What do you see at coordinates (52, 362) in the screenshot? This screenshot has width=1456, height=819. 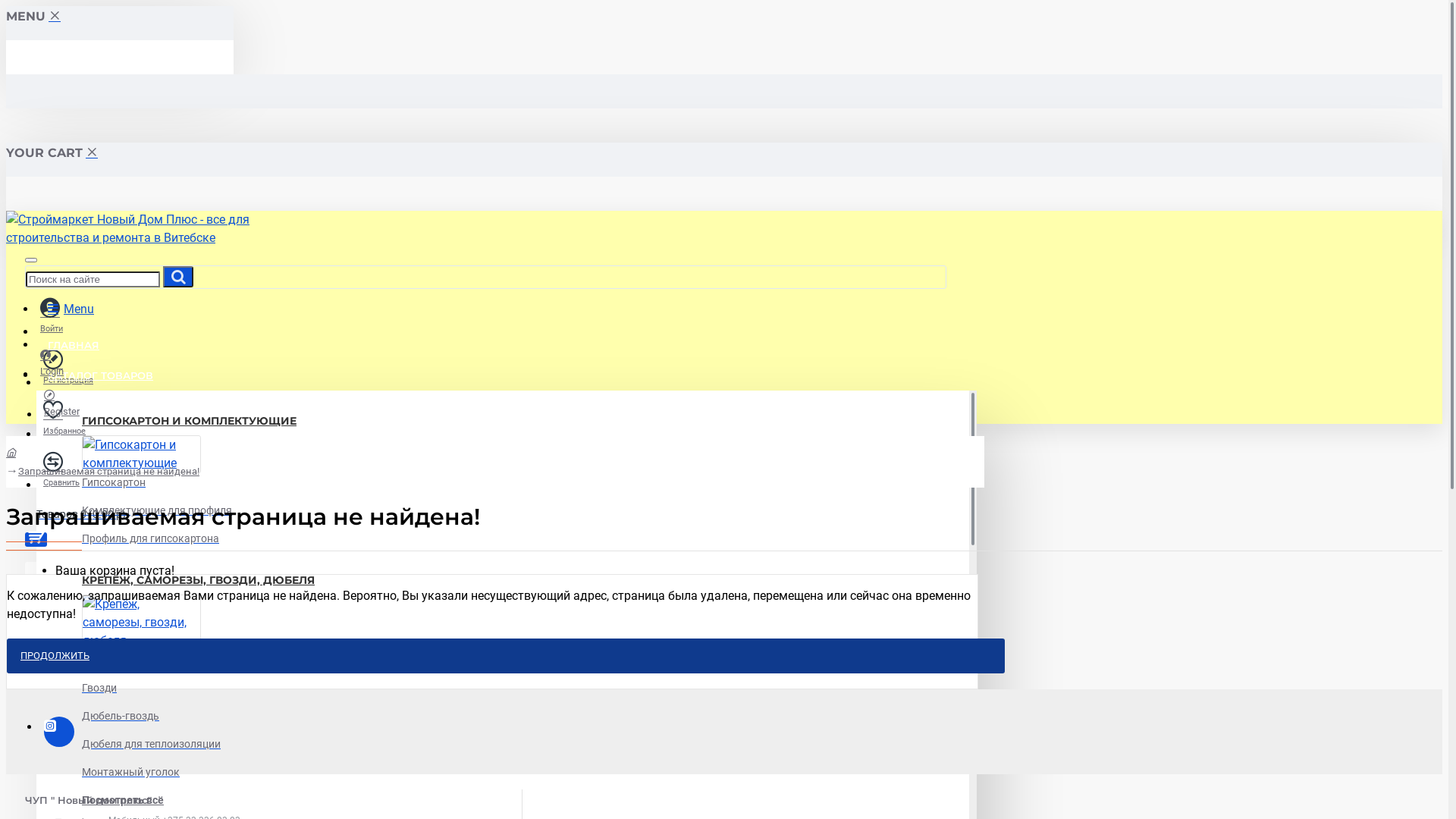 I see `'Login'` at bounding box center [52, 362].